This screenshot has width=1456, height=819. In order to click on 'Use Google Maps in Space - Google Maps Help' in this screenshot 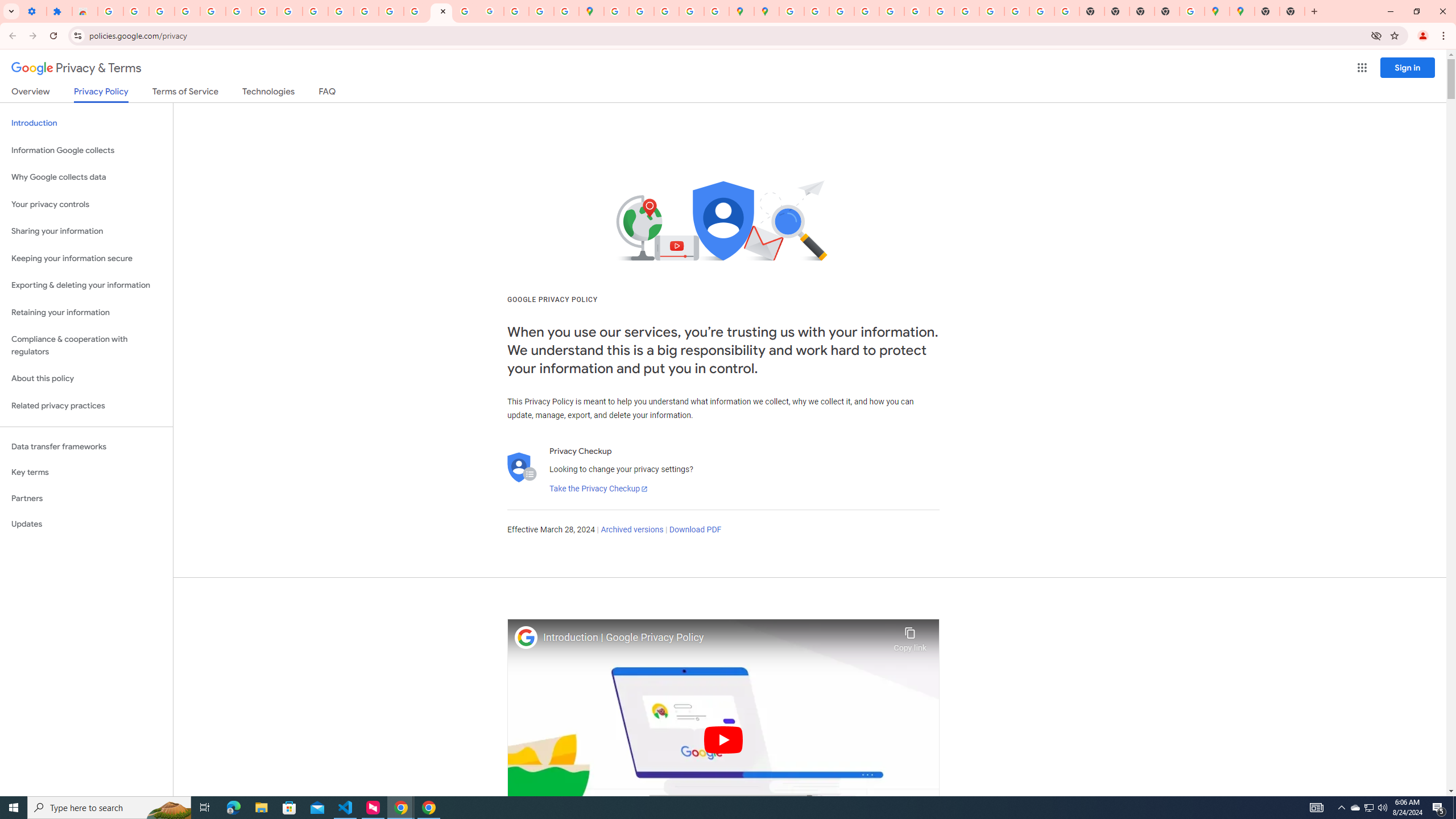, I will do `click(1192, 11)`.